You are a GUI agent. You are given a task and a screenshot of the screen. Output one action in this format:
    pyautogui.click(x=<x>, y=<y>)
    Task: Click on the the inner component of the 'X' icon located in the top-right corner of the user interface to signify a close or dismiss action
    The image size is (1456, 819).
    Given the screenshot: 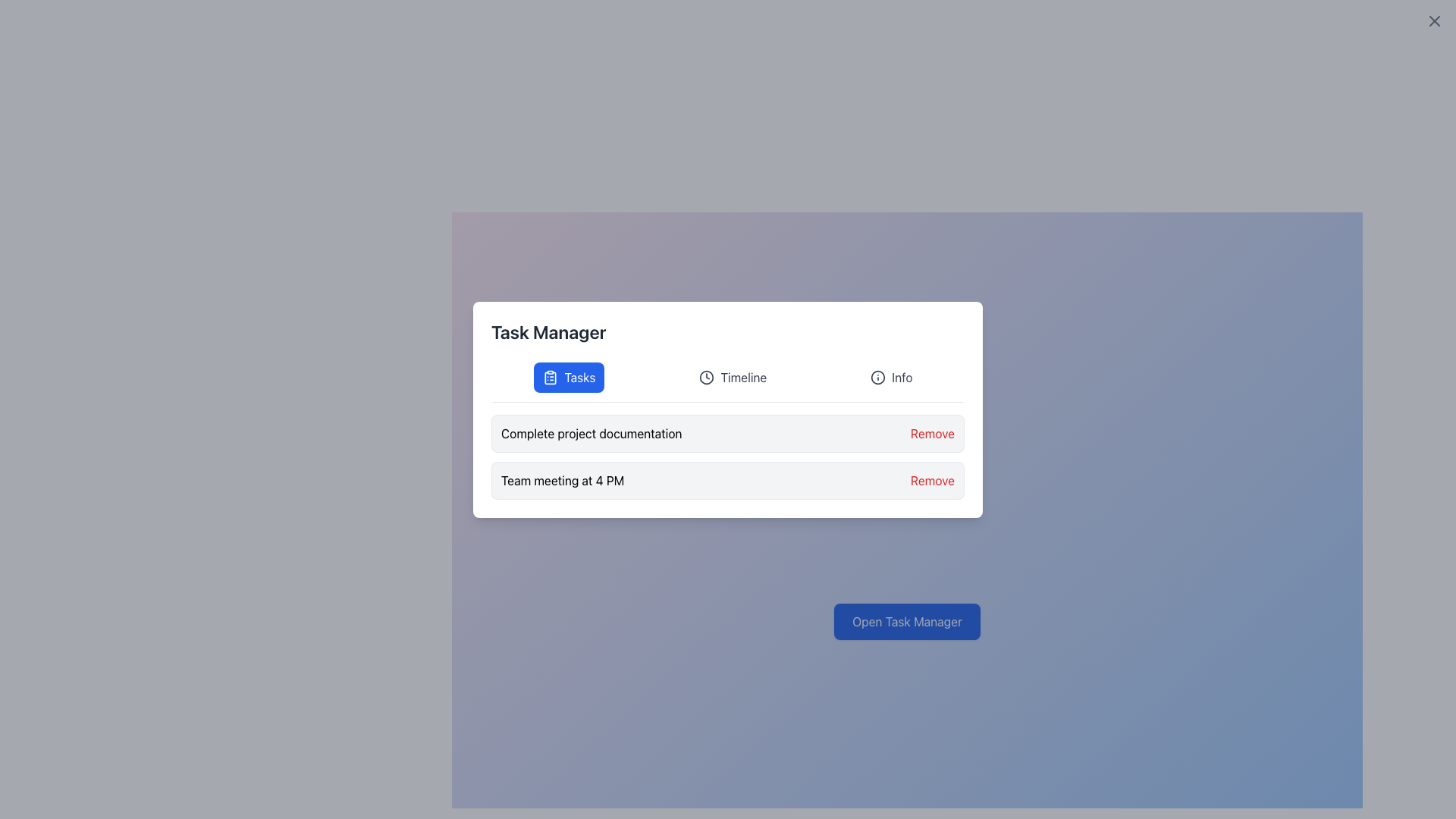 What is the action you would take?
    pyautogui.click(x=1433, y=20)
    